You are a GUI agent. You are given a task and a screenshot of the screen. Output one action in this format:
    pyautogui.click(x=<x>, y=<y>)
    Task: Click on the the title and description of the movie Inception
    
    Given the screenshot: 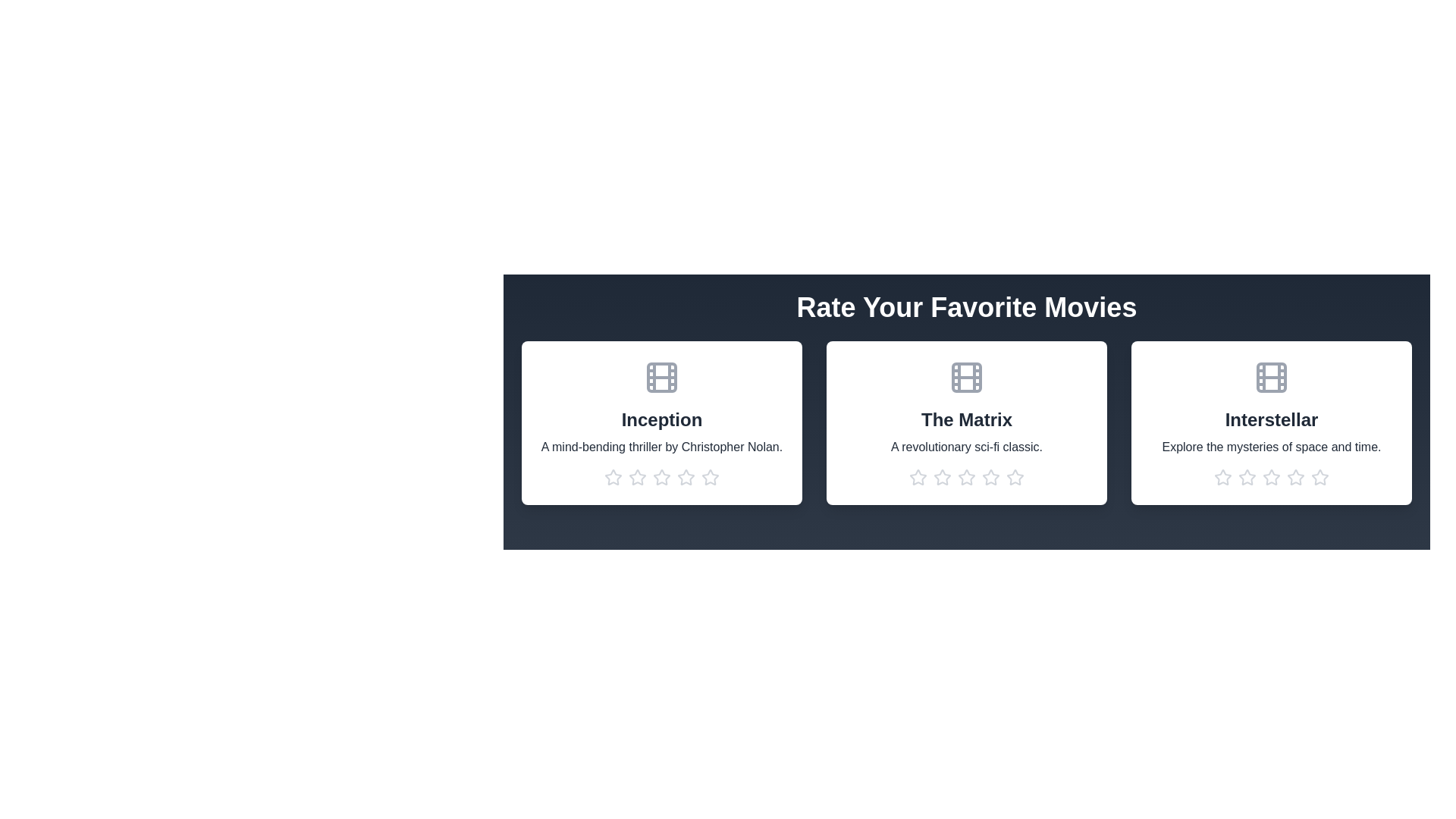 What is the action you would take?
    pyautogui.click(x=662, y=420)
    